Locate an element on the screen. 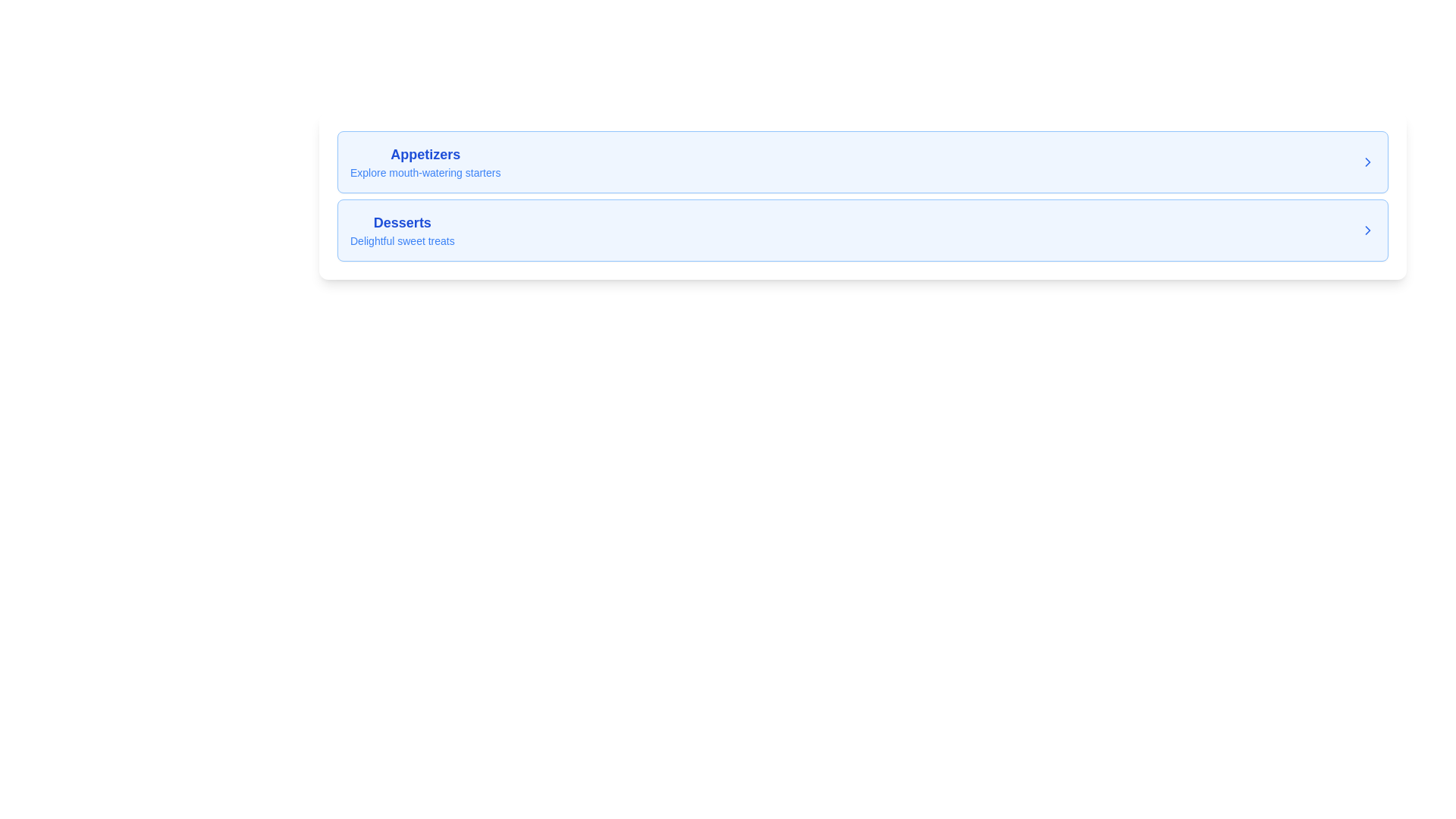  text content of the clickable link or descriptive subtitle located beneath the 'Appetizers' heading and above the 'Desserts' section is located at coordinates (425, 171).